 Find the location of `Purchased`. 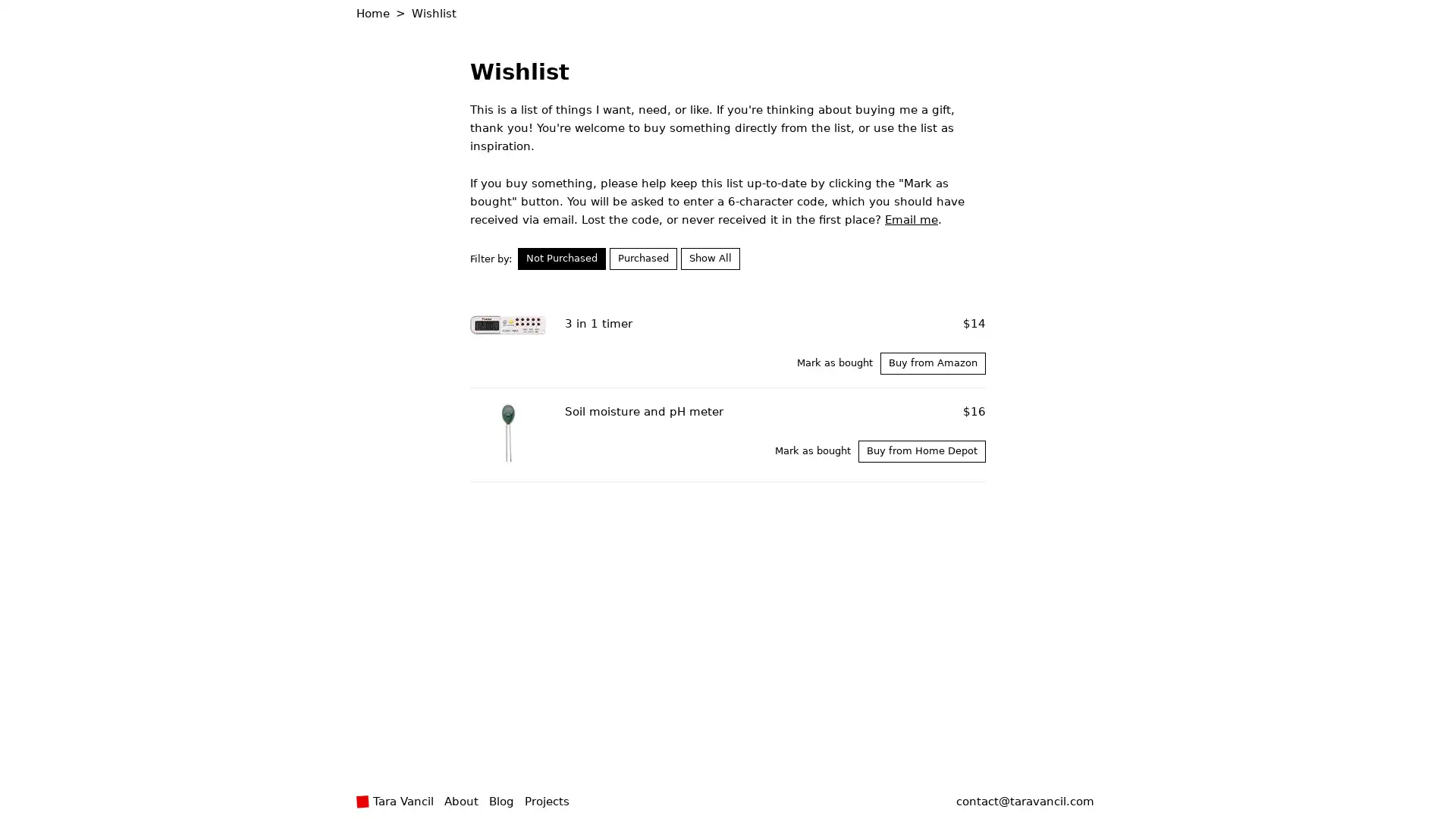

Purchased is located at coordinates (643, 257).